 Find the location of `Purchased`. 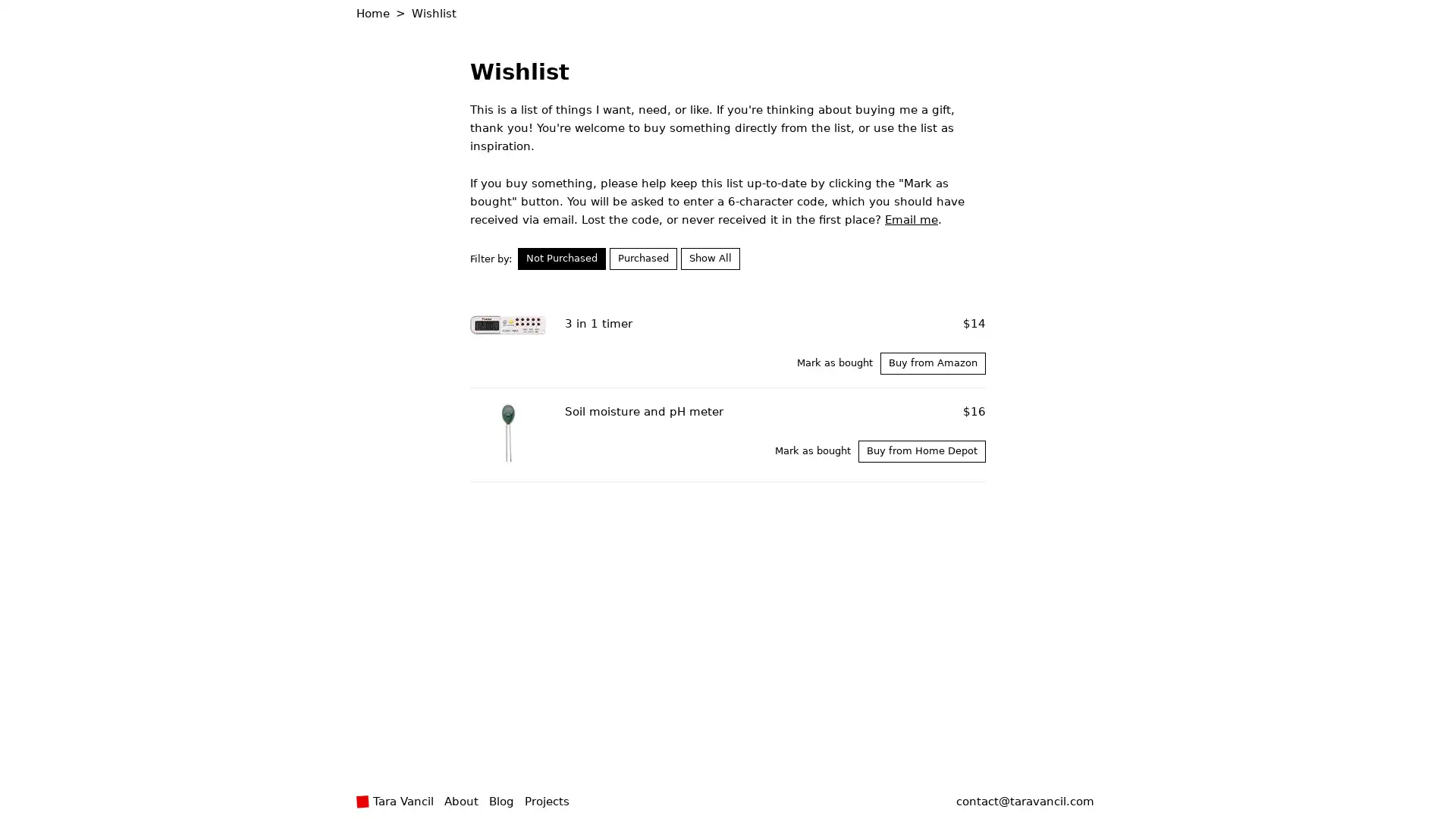

Purchased is located at coordinates (643, 257).